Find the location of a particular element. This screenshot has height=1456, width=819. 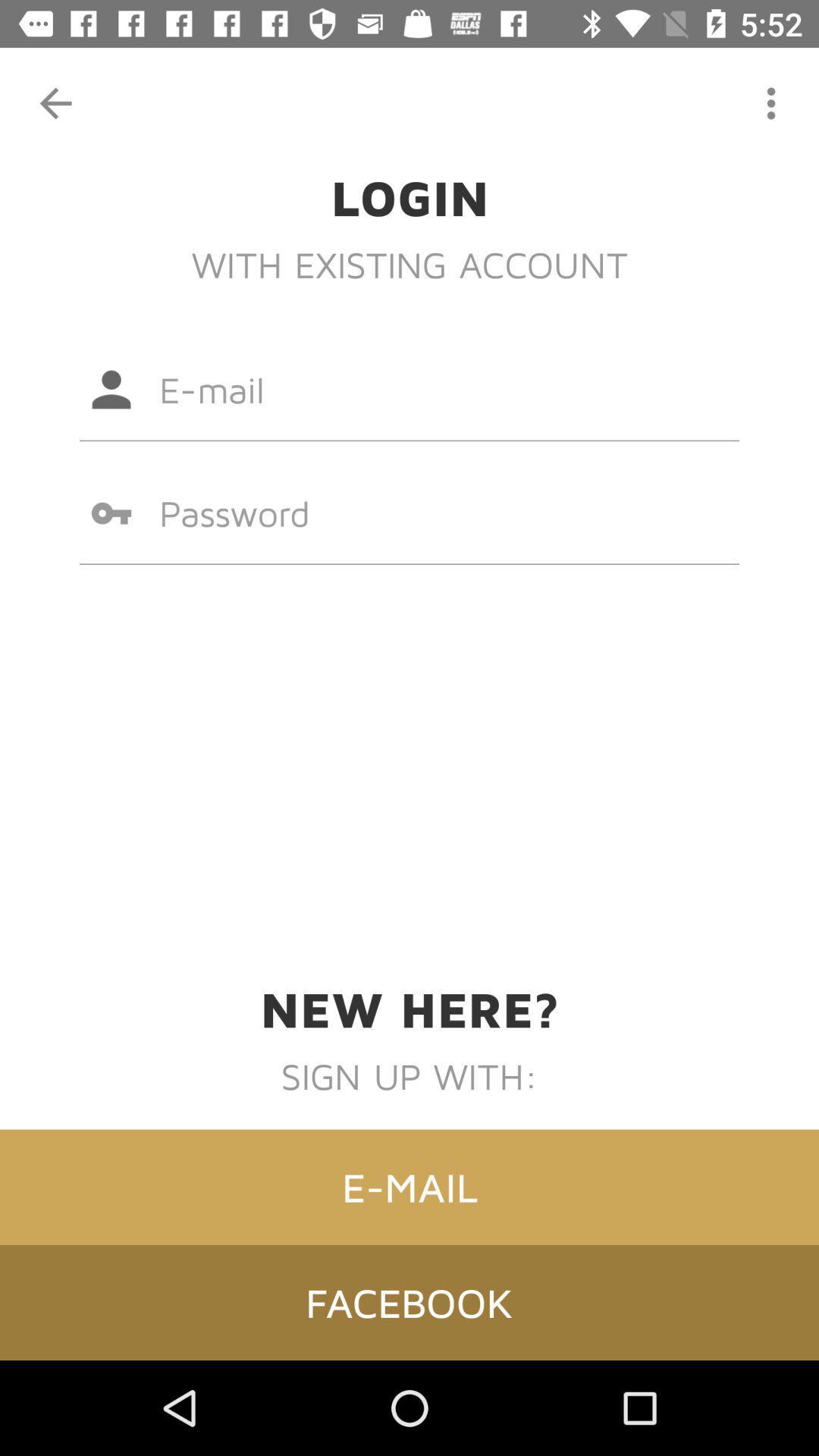

item below the e-mail is located at coordinates (409, 1301).